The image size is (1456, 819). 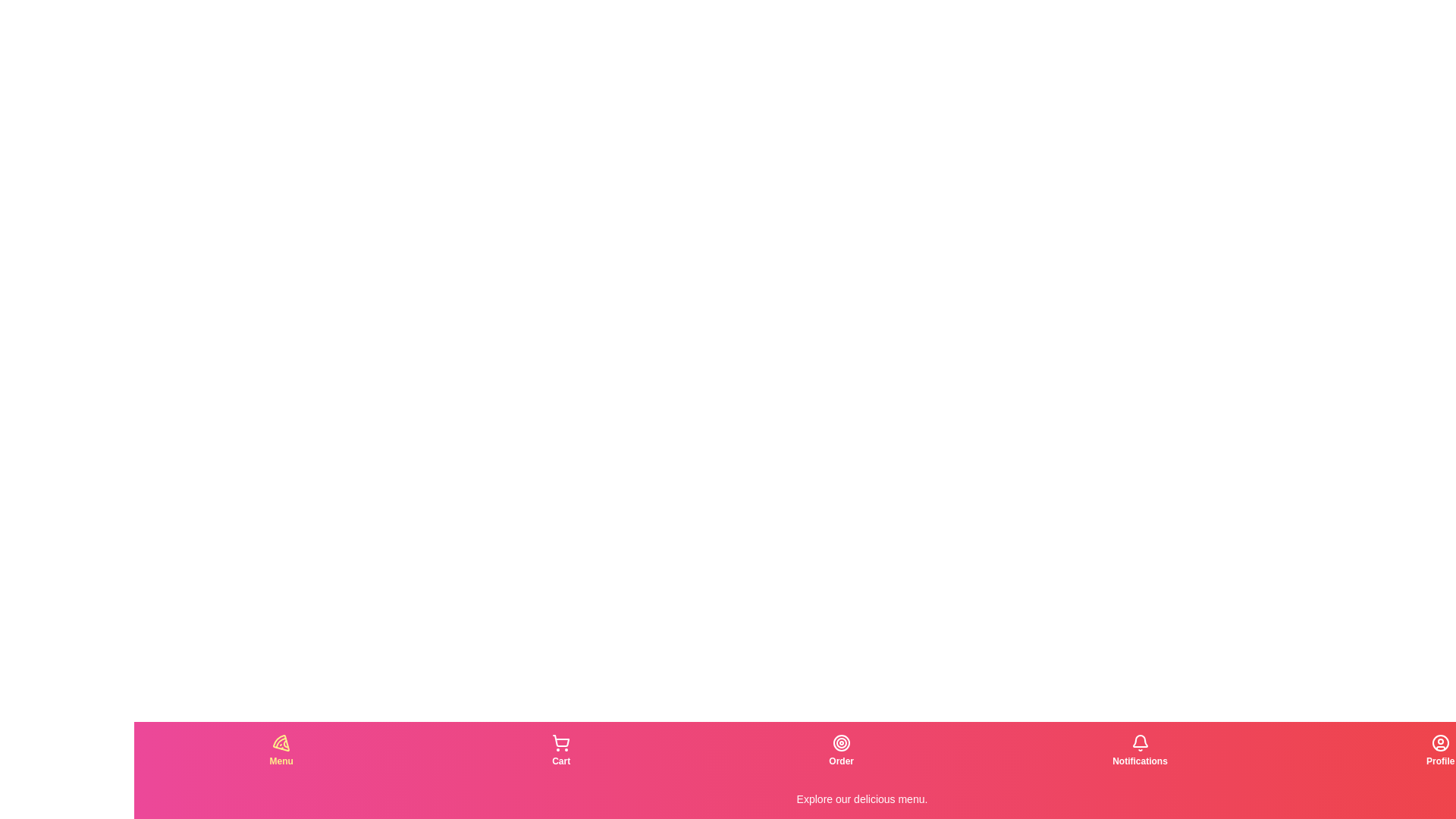 What do you see at coordinates (839, 751) in the screenshot?
I see `the tab labeled Order to observe the visual changes` at bounding box center [839, 751].